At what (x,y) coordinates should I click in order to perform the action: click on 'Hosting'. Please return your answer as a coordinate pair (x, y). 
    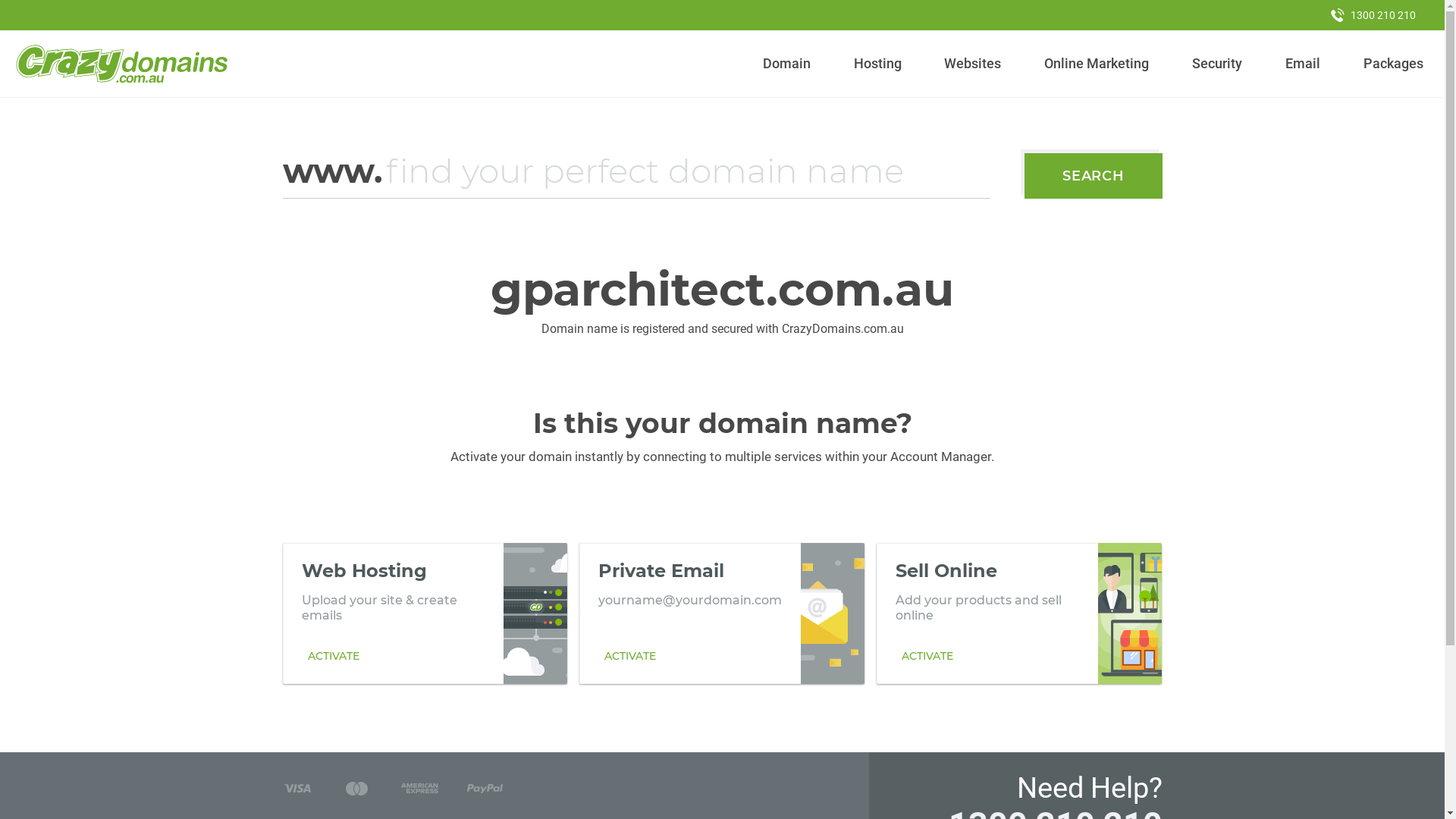
    Looking at the image, I should click on (877, 63).